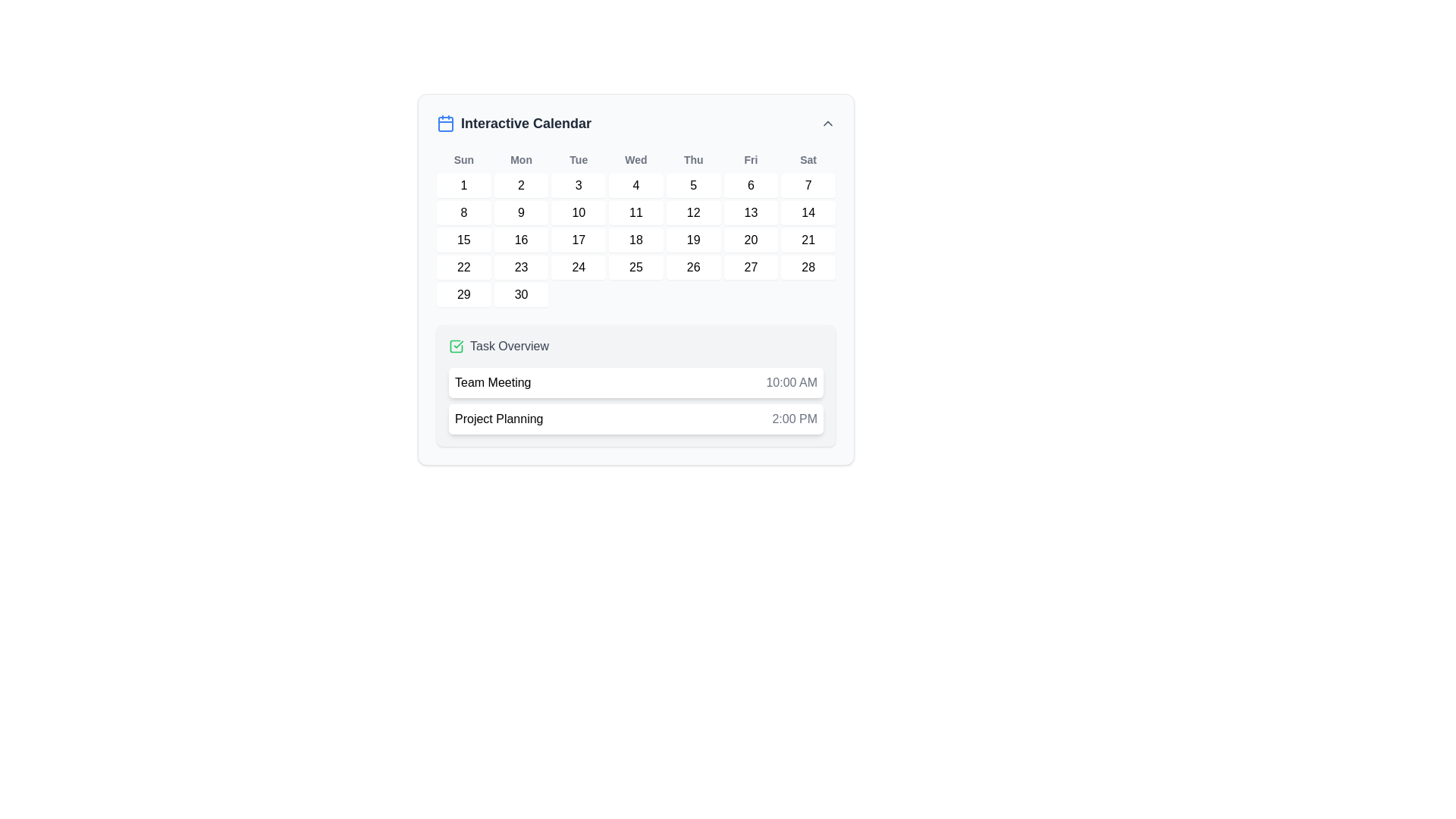 The width and height of the screenshot is (1456, 819). Describe the element at coordinates (521, 267) in the screenshot. I see `the button representing the 23rd day of the month in the calendar interface` at that location.